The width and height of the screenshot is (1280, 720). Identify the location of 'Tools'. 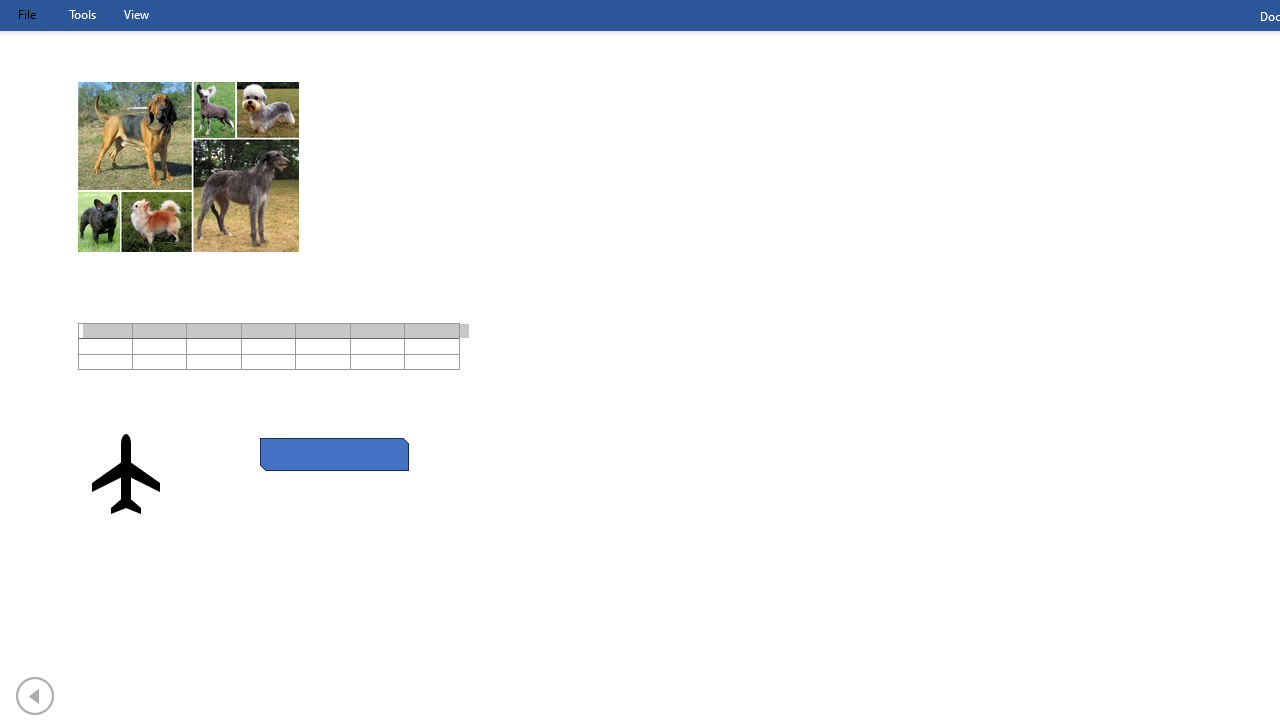
(81, 14).